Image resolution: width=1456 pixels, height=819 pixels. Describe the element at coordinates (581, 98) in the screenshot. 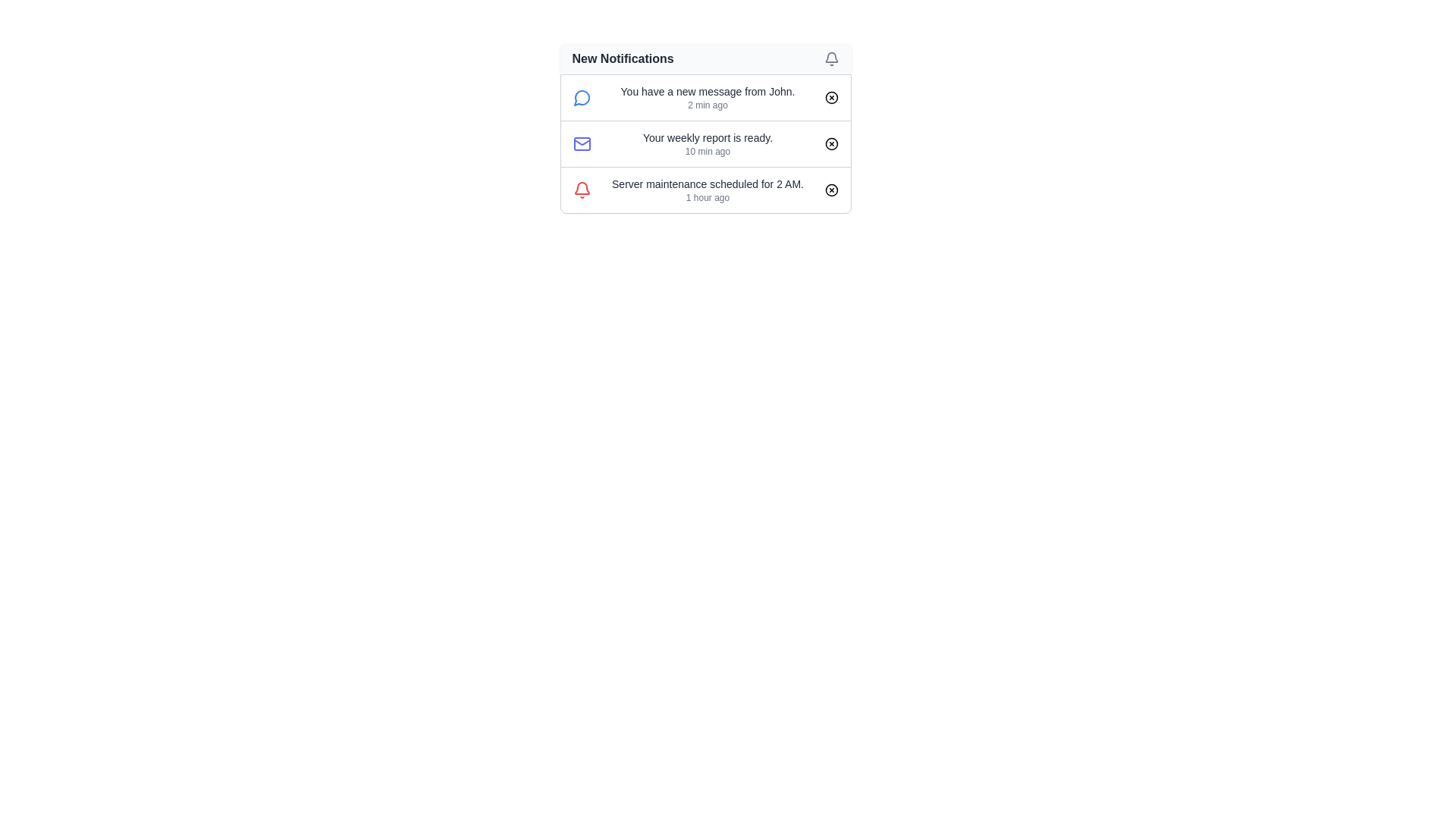

I see `the Vector graphic icon resembling a chat bubble, which serves as a visual indicator for a message notification from 'John', to associate it with its corresponding notification text entry` at that location.